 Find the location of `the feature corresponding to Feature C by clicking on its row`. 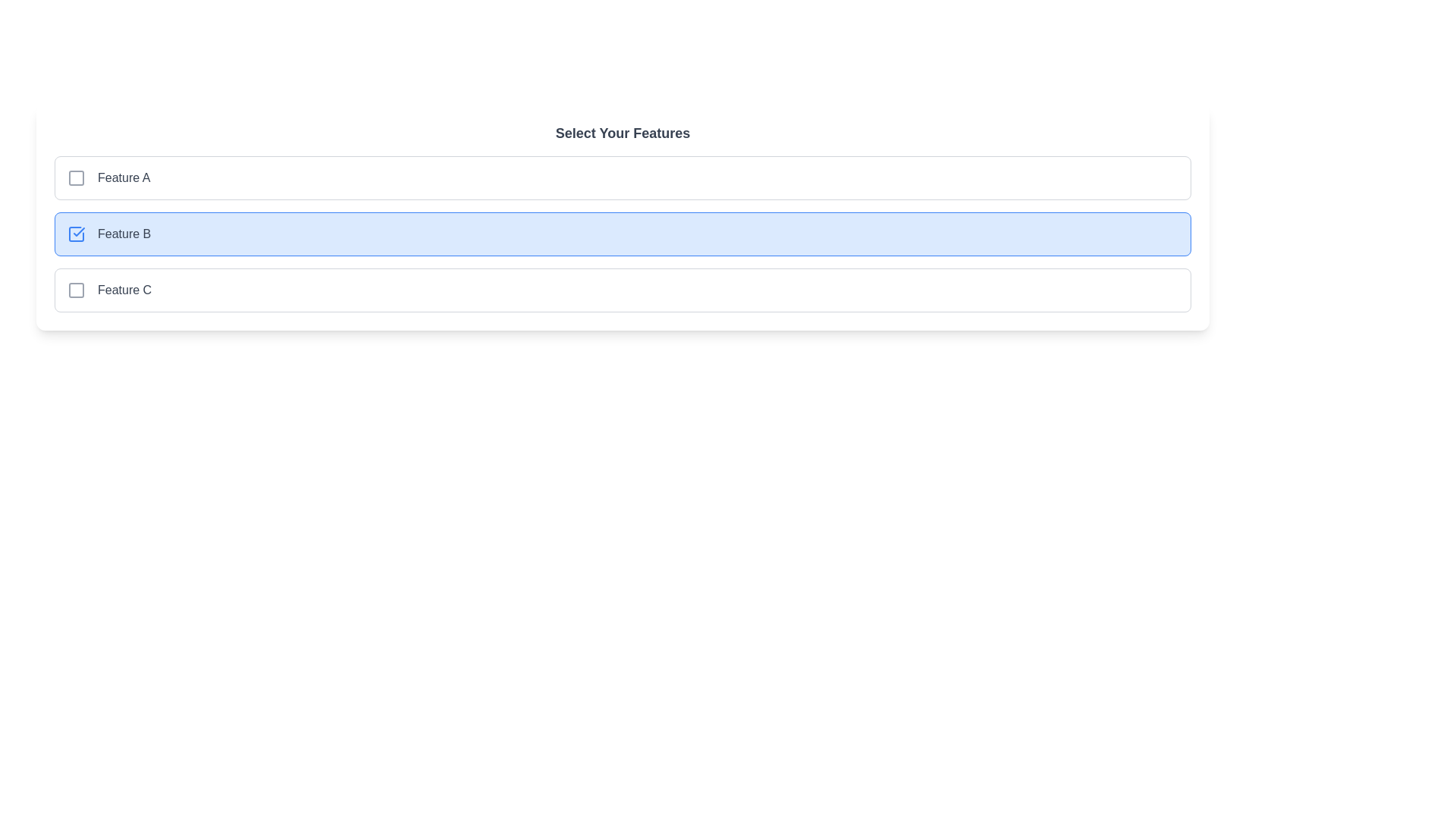

the feature corresponding to Feature C by clicking on its row is located at coordinates (623, 290).